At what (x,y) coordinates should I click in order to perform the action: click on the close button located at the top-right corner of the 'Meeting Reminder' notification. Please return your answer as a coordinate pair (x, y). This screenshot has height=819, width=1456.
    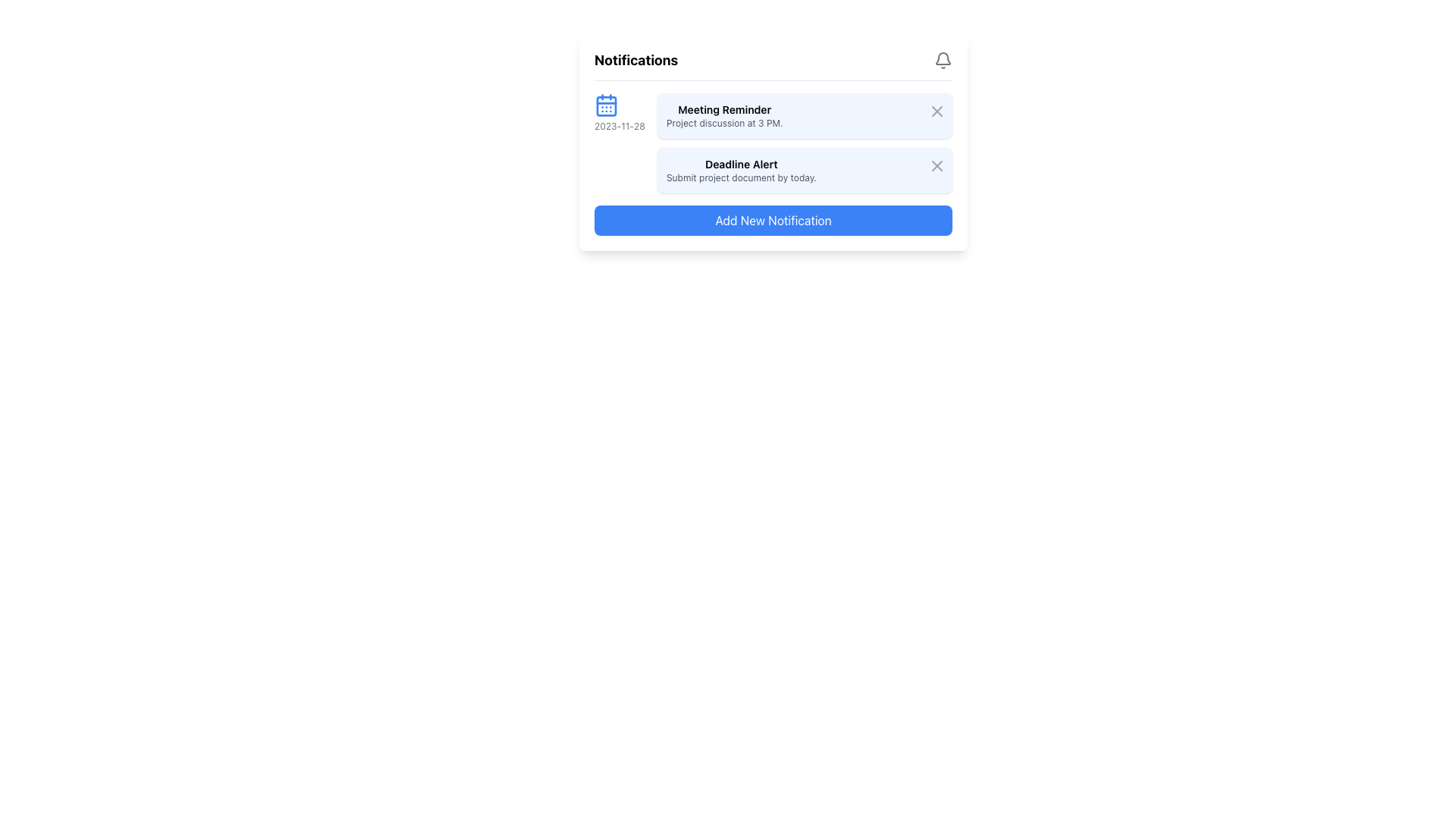
    Looking at the image, I should click on (934, 109).